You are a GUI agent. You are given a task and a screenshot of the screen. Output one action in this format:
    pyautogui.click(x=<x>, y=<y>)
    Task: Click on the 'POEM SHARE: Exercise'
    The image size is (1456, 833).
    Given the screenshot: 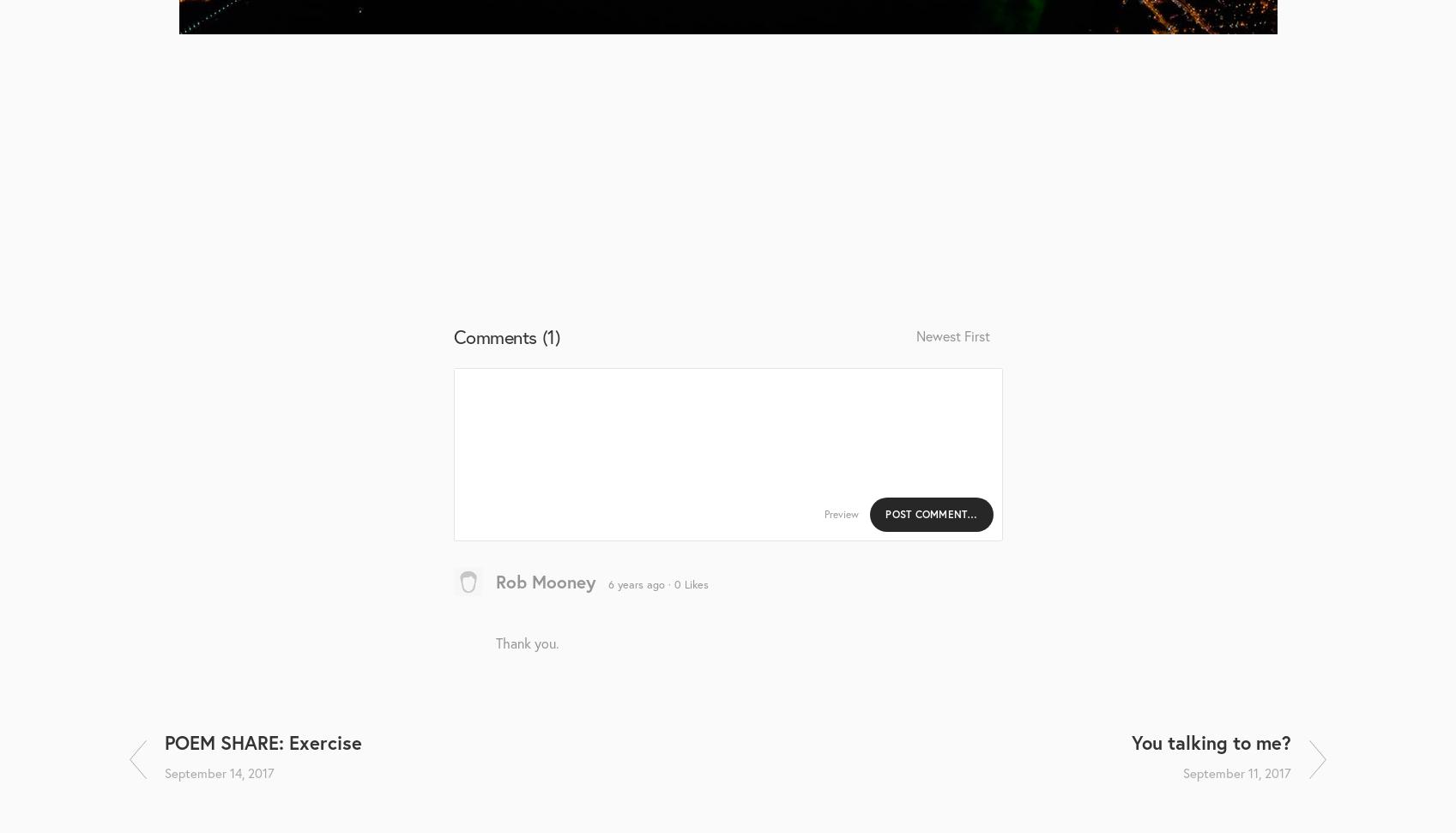 What is the action you would take?
    pyautogui.click(x=262, y=742)
    